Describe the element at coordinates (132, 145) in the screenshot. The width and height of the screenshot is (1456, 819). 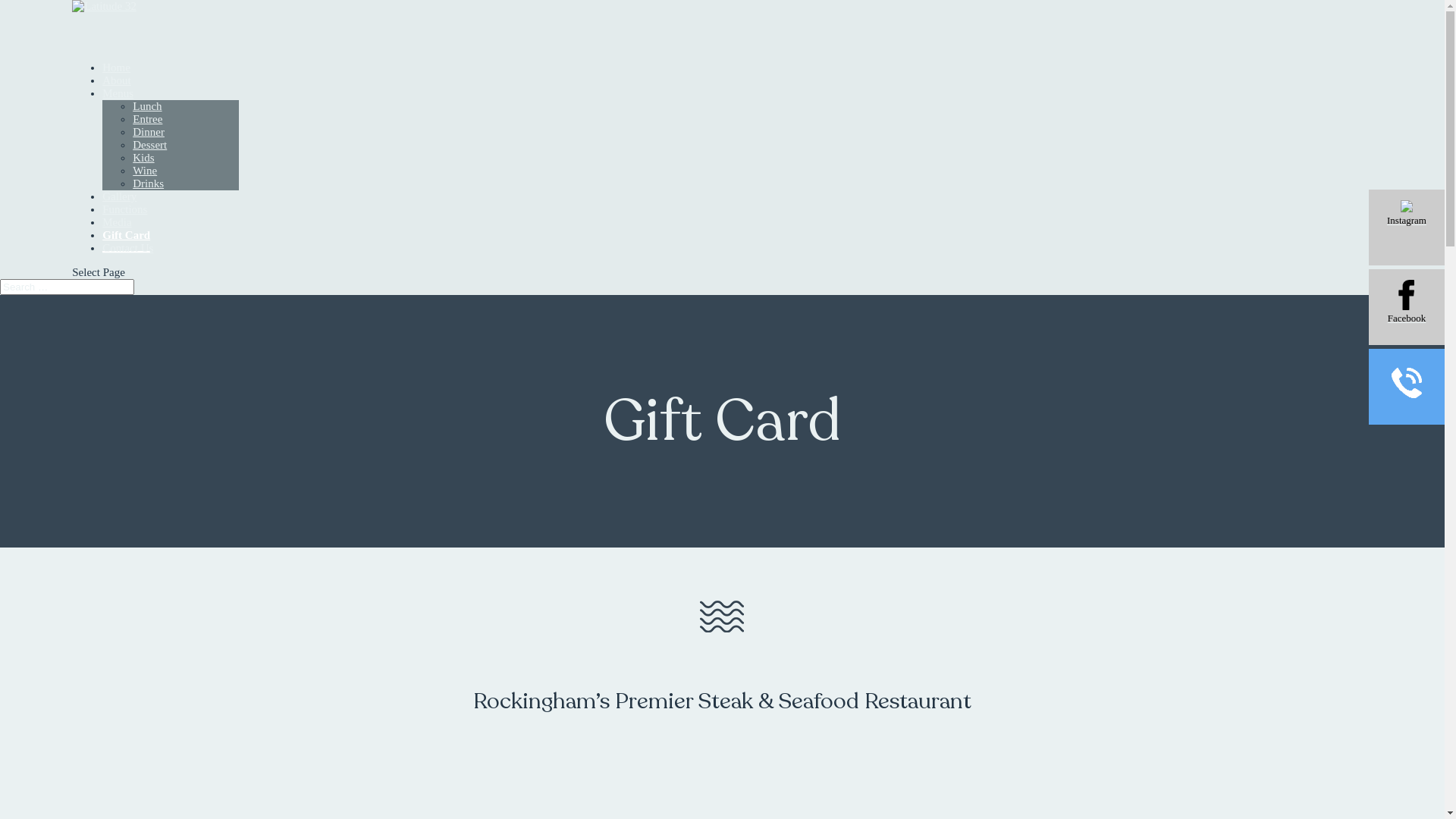
I see `'Dessert'` at that location.